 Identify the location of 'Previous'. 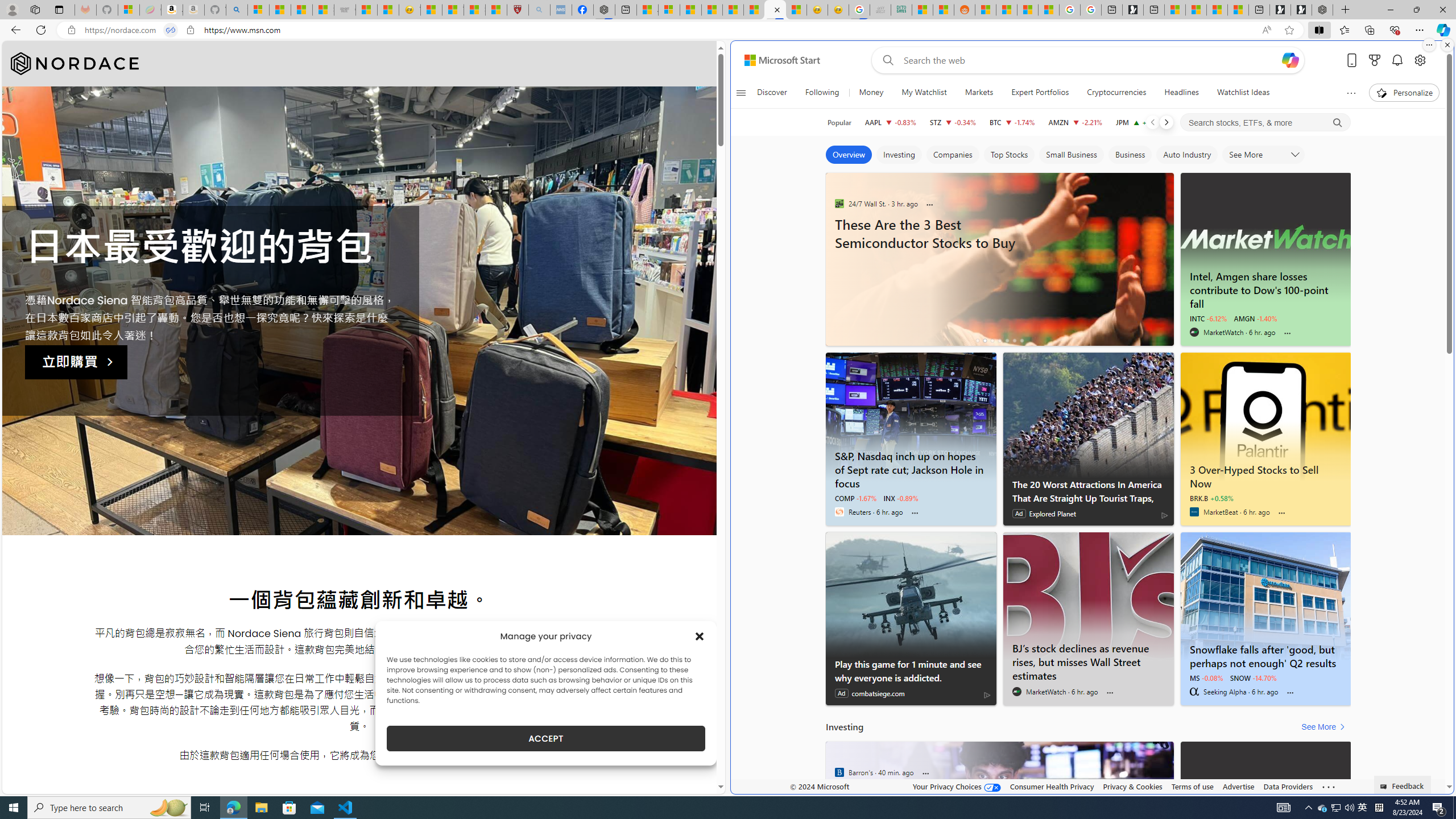
(1152, 122).